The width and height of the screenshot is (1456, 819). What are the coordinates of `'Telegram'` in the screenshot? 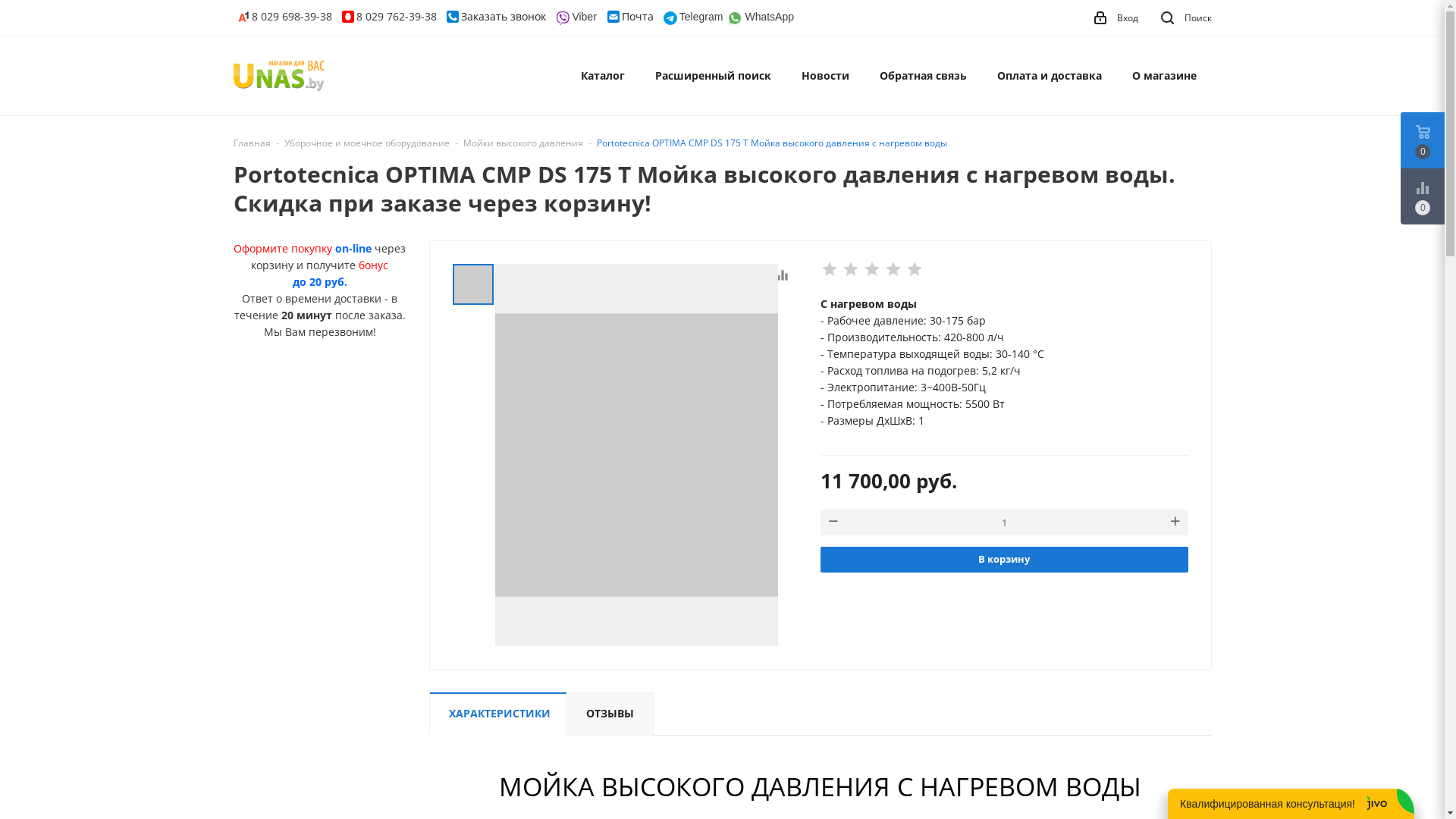 It's located at (663, 17).